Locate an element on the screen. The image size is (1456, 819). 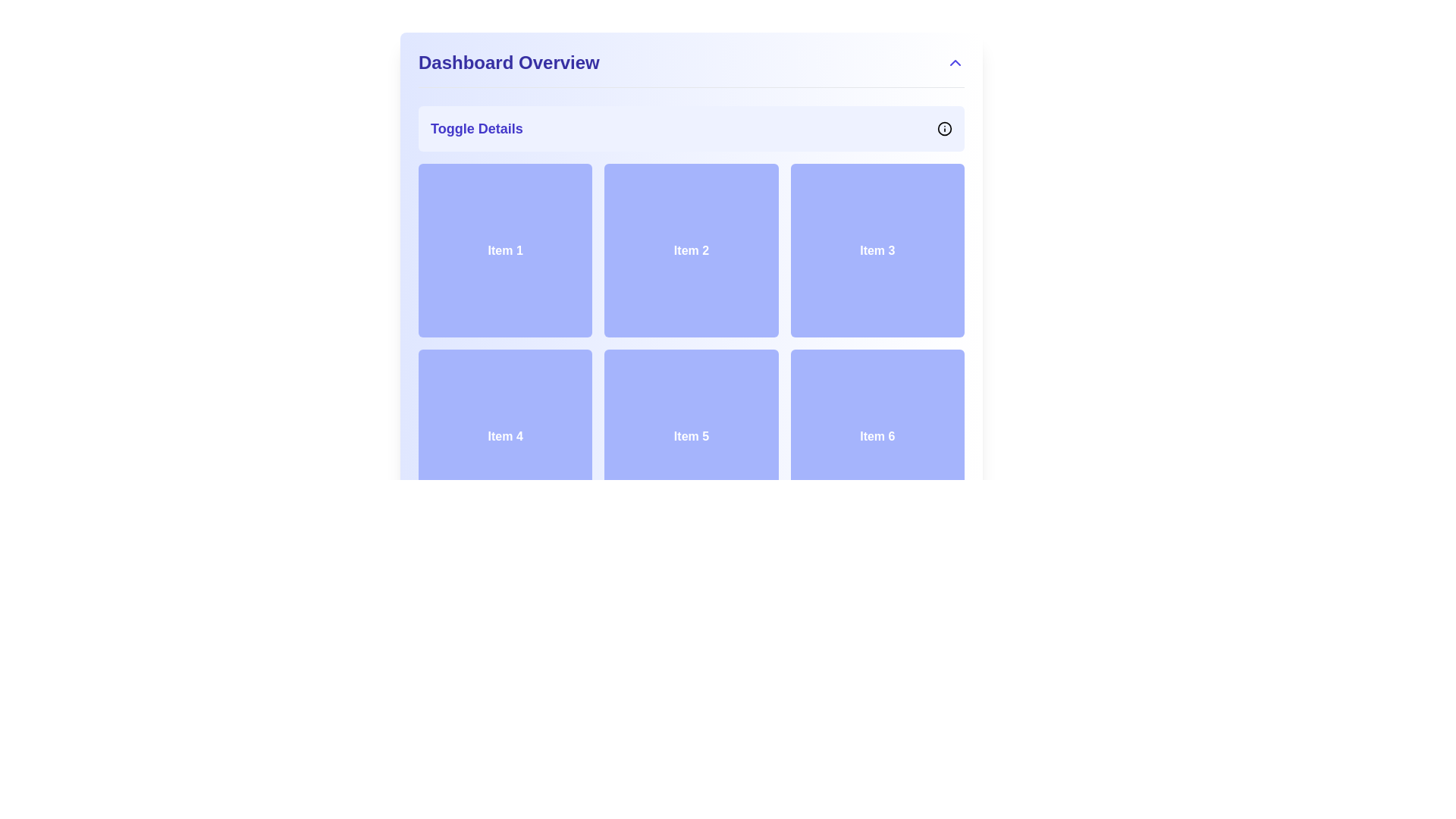
the icon located to the far right of the 'Toggle Details' section is located at coordinates (944, 127).